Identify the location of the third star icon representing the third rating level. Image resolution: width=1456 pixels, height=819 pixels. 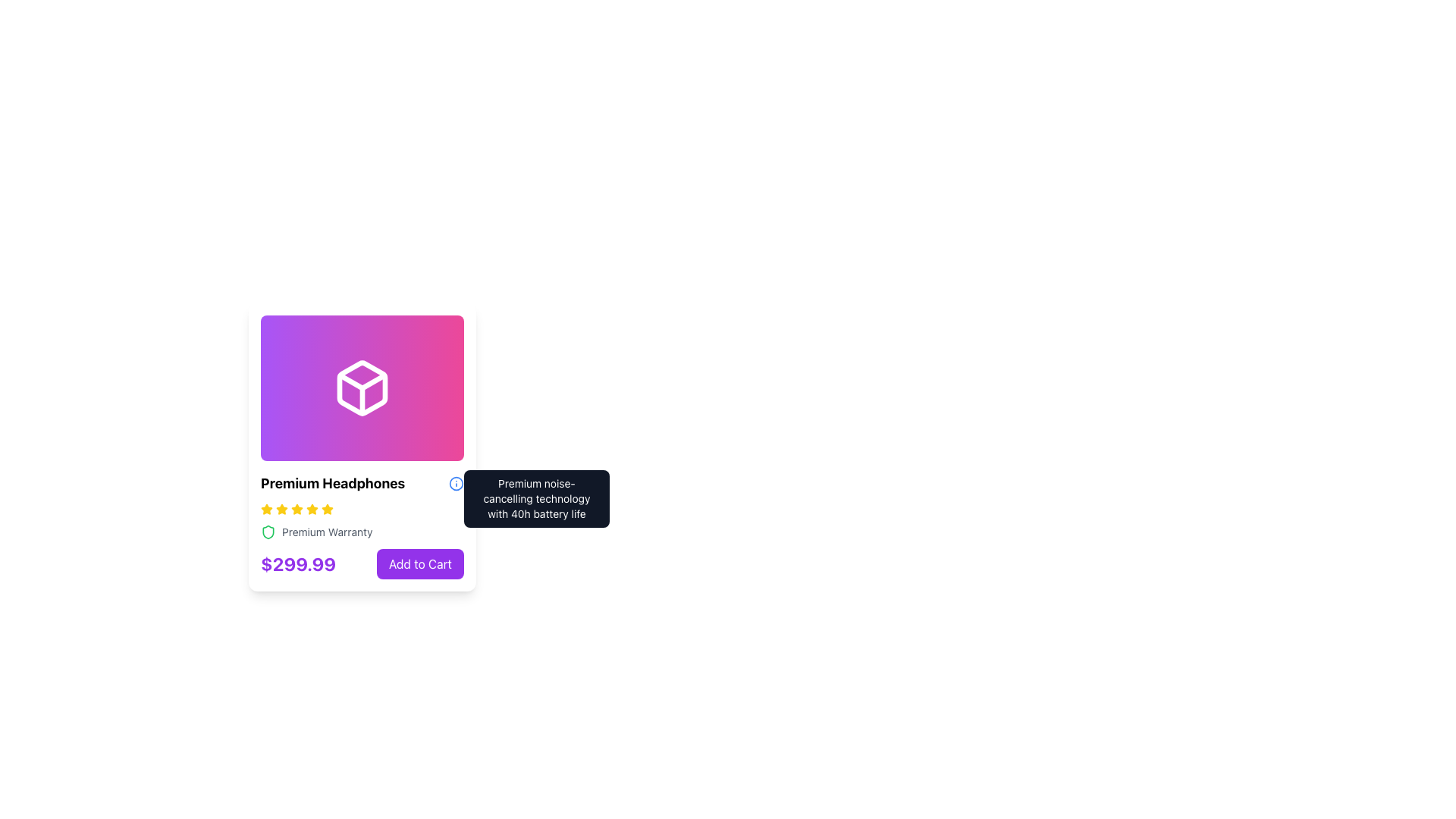
(282, 509).